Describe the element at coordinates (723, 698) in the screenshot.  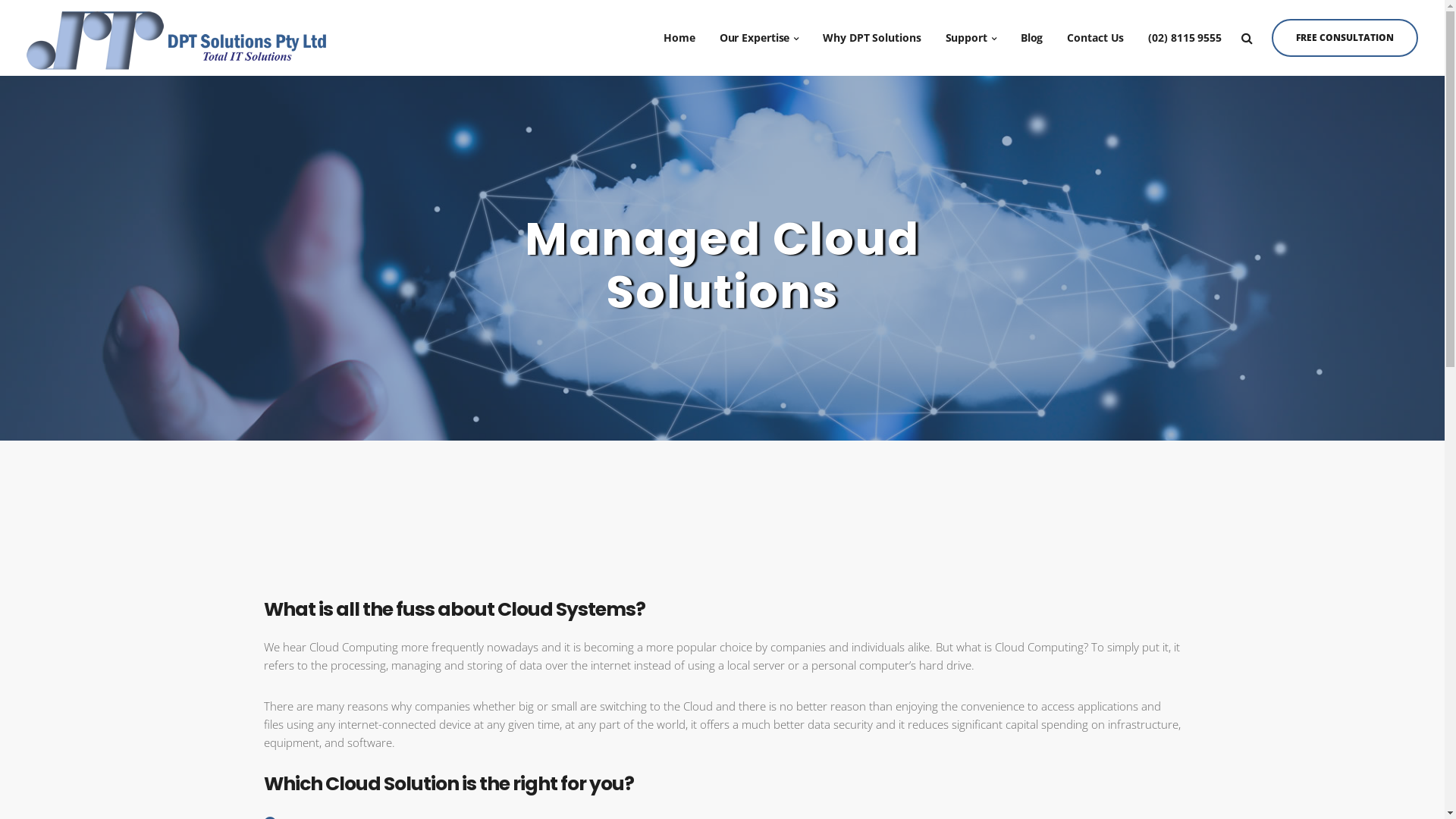
I see `'CLICK HERE'` at that location.